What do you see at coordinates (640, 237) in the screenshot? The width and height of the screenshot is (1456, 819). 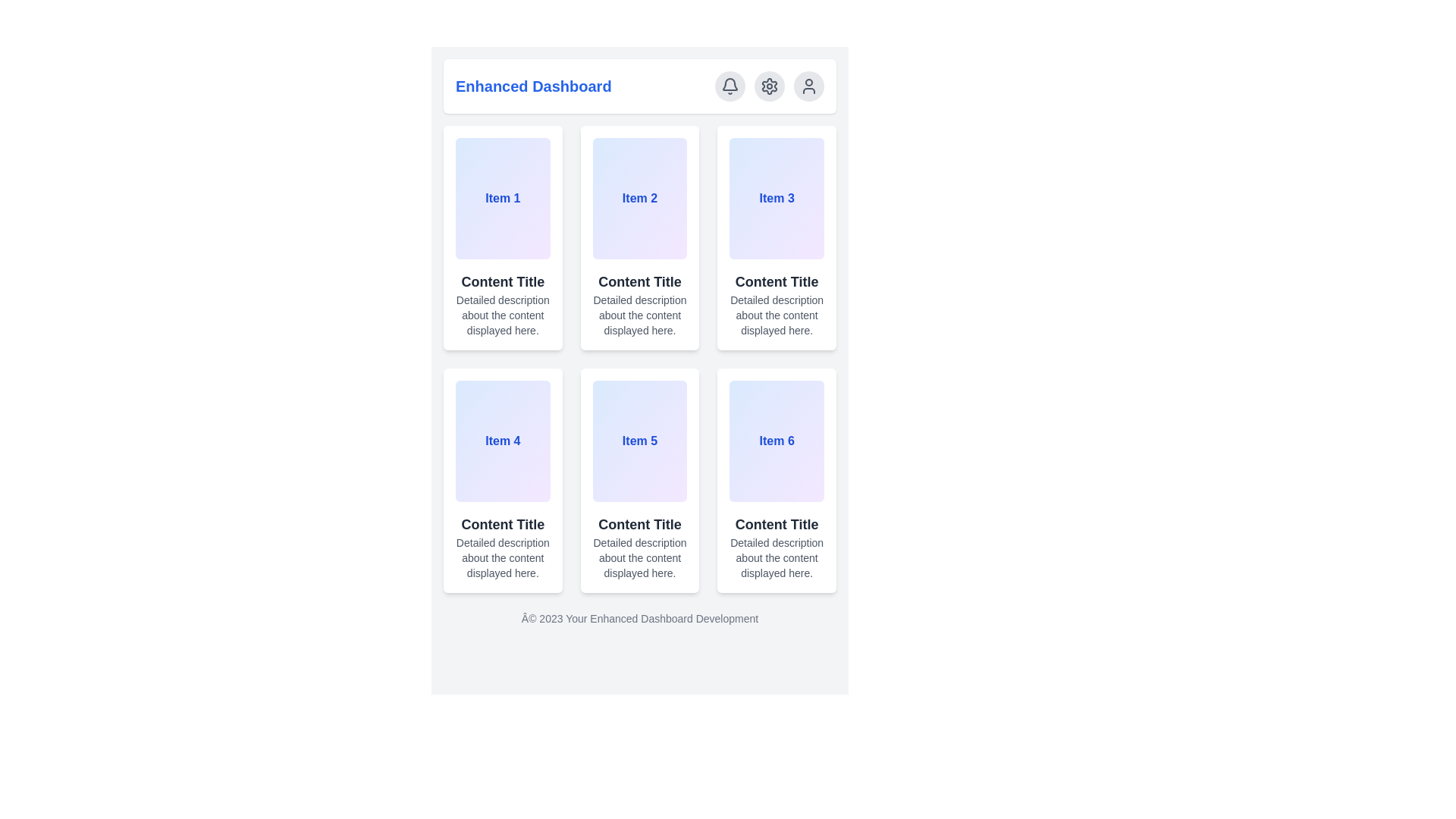 I see `the second card in the grid layout, which presents summarized information about a specific topic` at bounding box center [640, 237].